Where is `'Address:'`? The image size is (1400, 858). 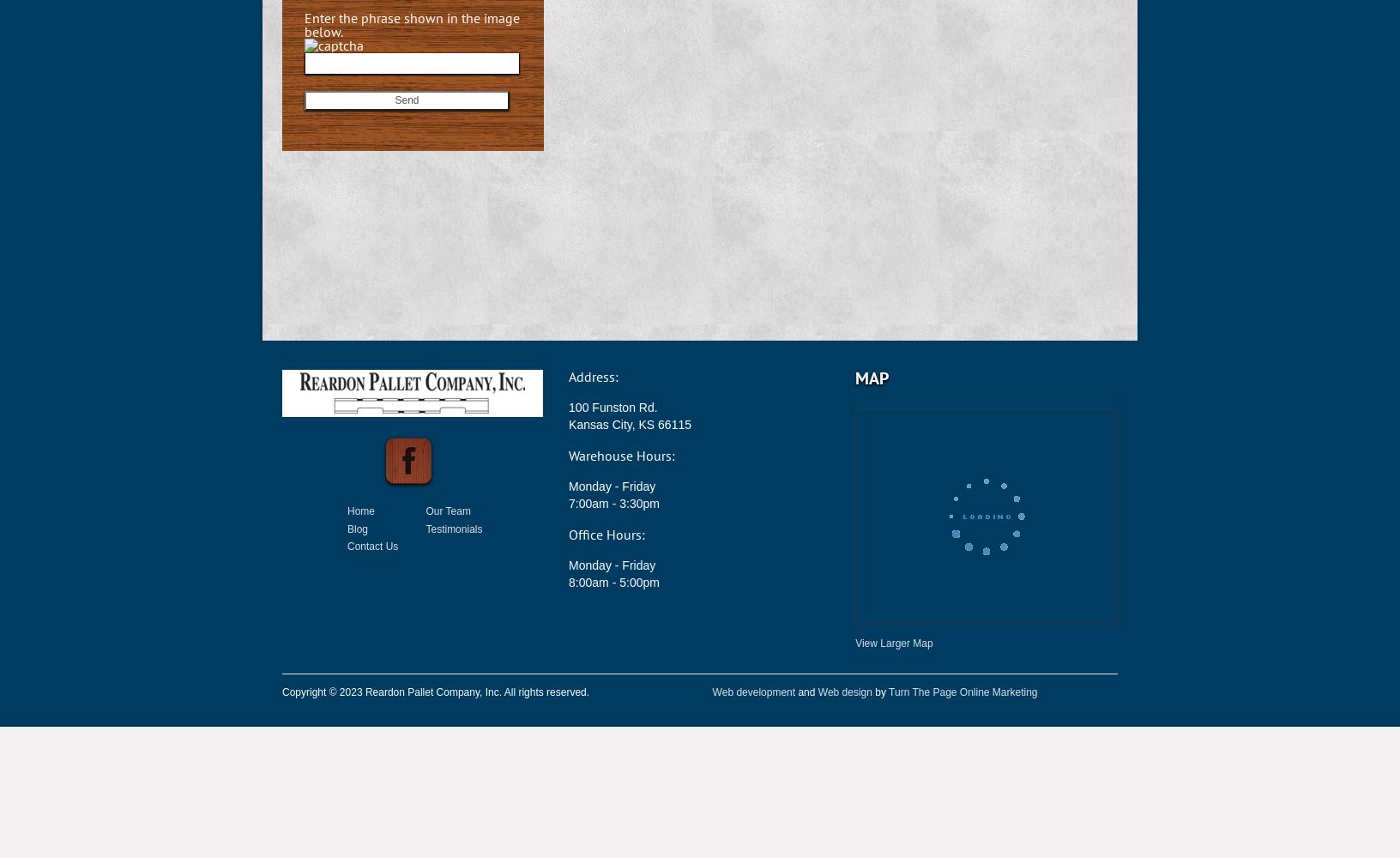
'Address:' is located at coordinates (567, 376).